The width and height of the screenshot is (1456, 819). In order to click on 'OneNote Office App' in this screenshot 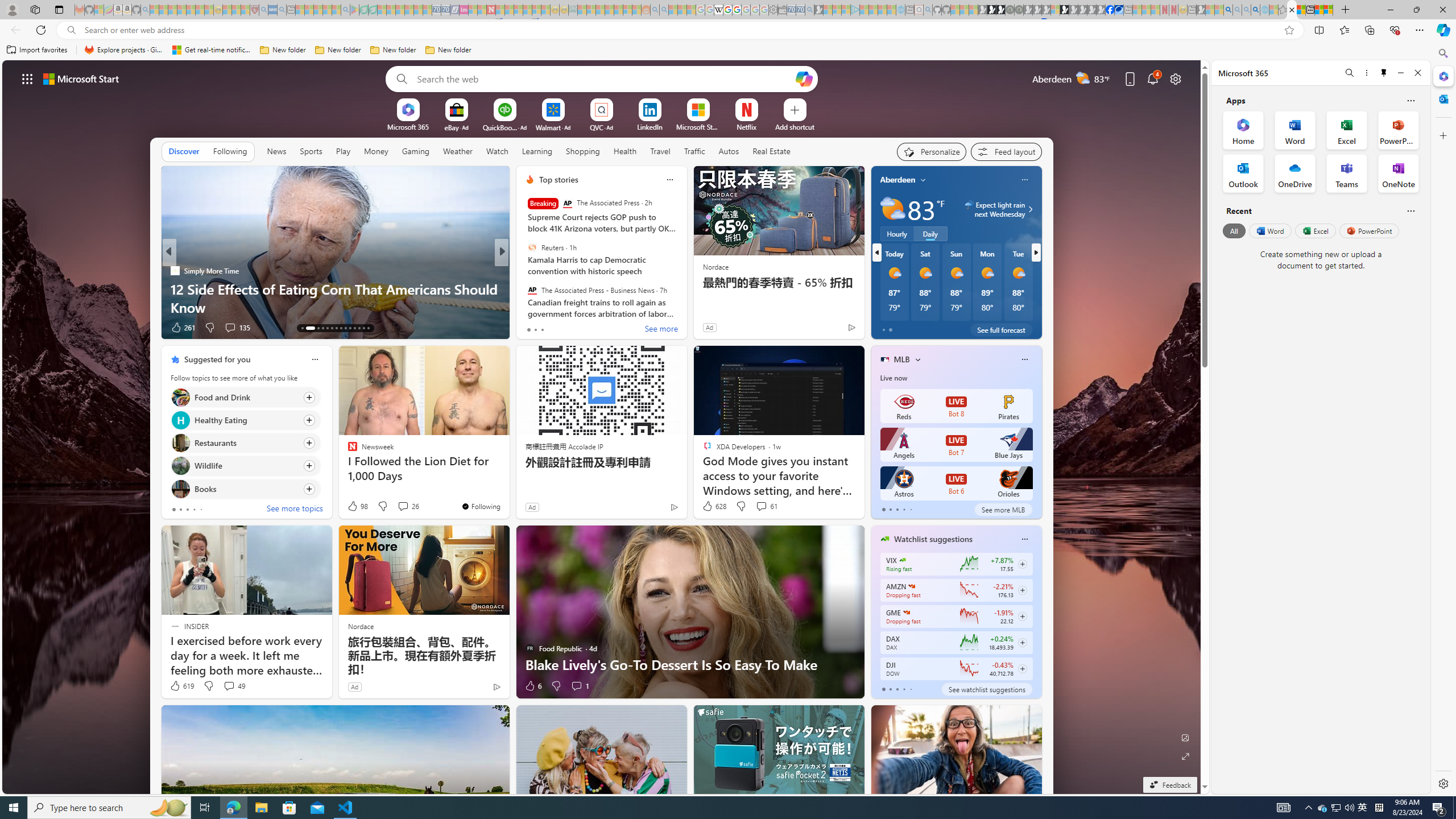, I will do `click(1398, 172)`.